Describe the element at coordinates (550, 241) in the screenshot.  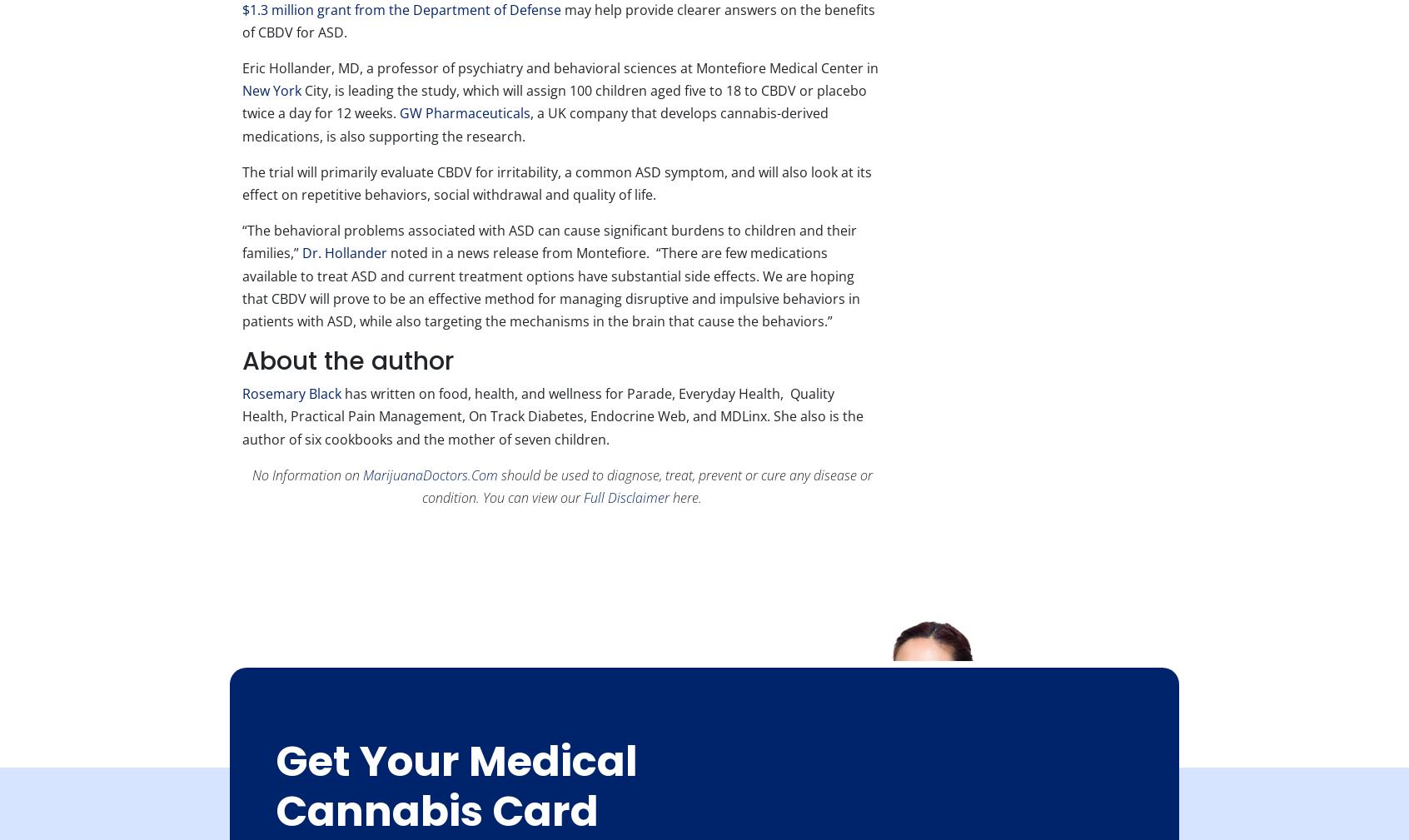
I see `'“The behavioral problems associated with ASD can cause significant burdens to children and their families,”'` at that location.